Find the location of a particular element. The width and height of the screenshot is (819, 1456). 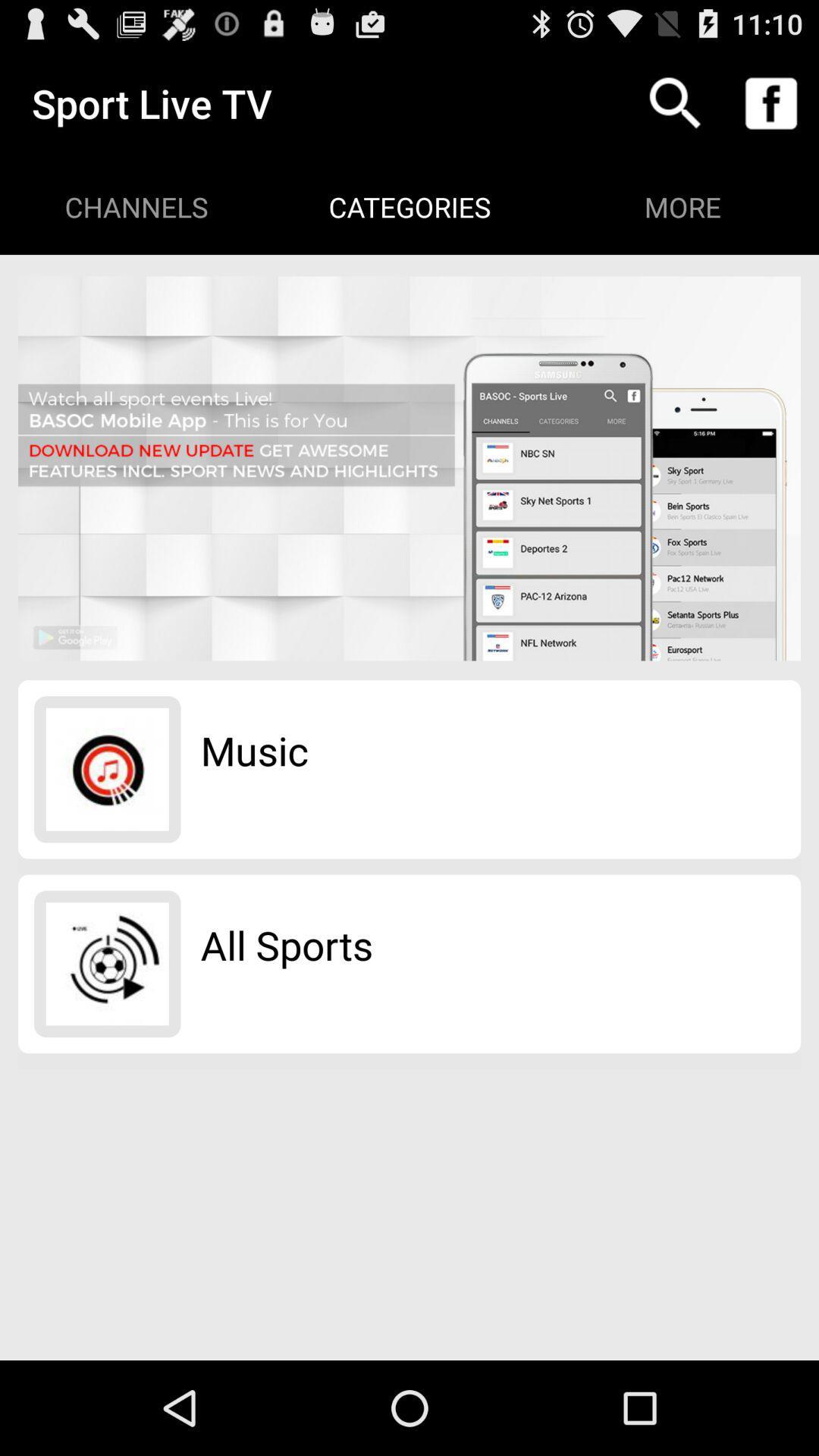

the all sports at the center is located at coordinates (287, 944).